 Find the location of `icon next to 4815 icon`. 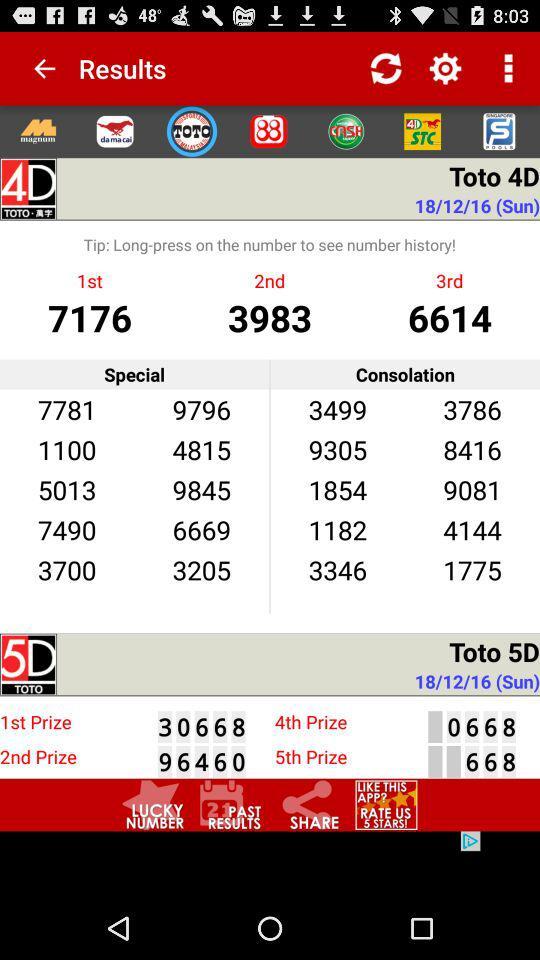

icon next to 4815 icon is located at coordinates (67, 488).